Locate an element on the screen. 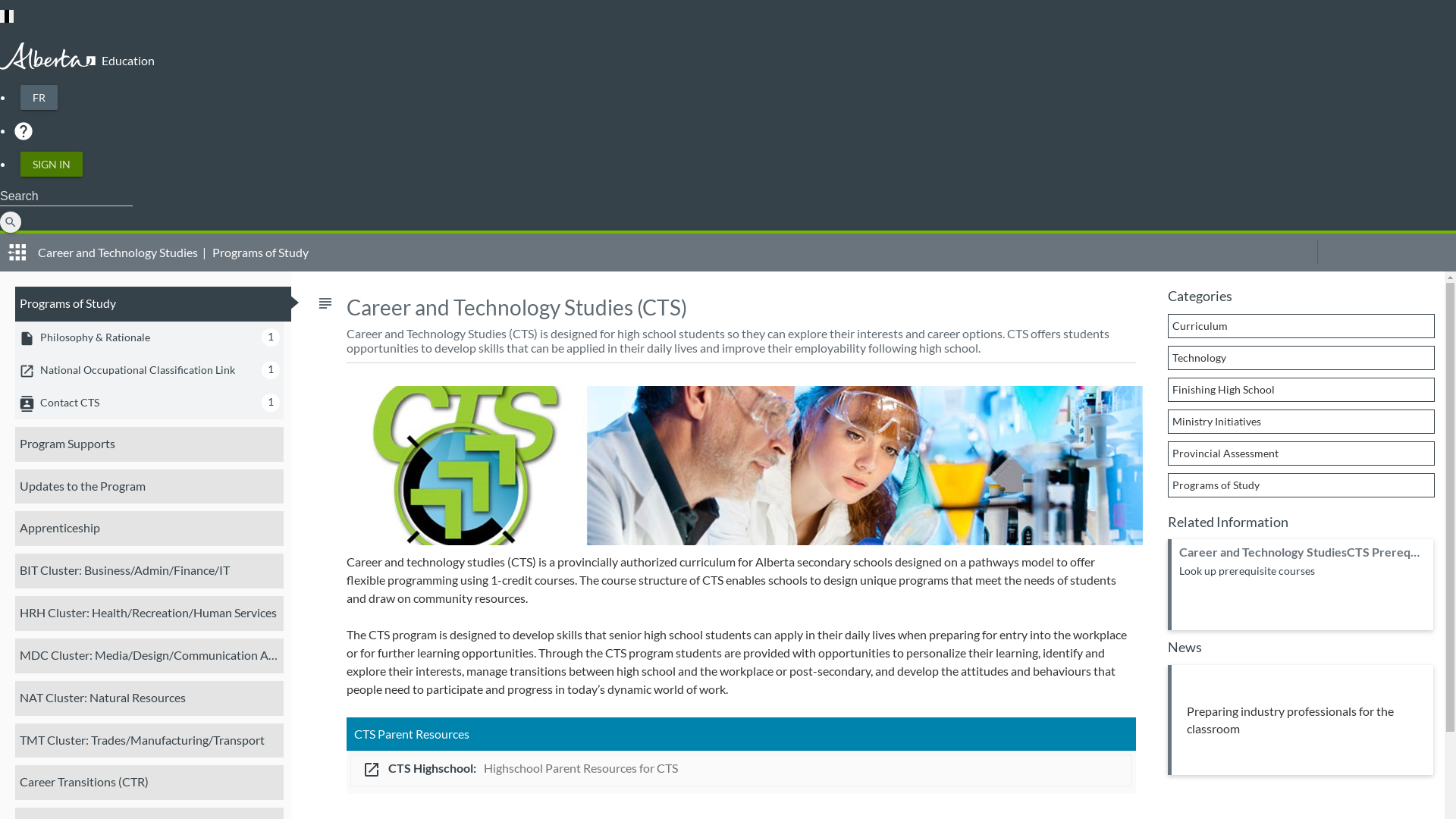  'FR' is located at coordinates (39, 97).